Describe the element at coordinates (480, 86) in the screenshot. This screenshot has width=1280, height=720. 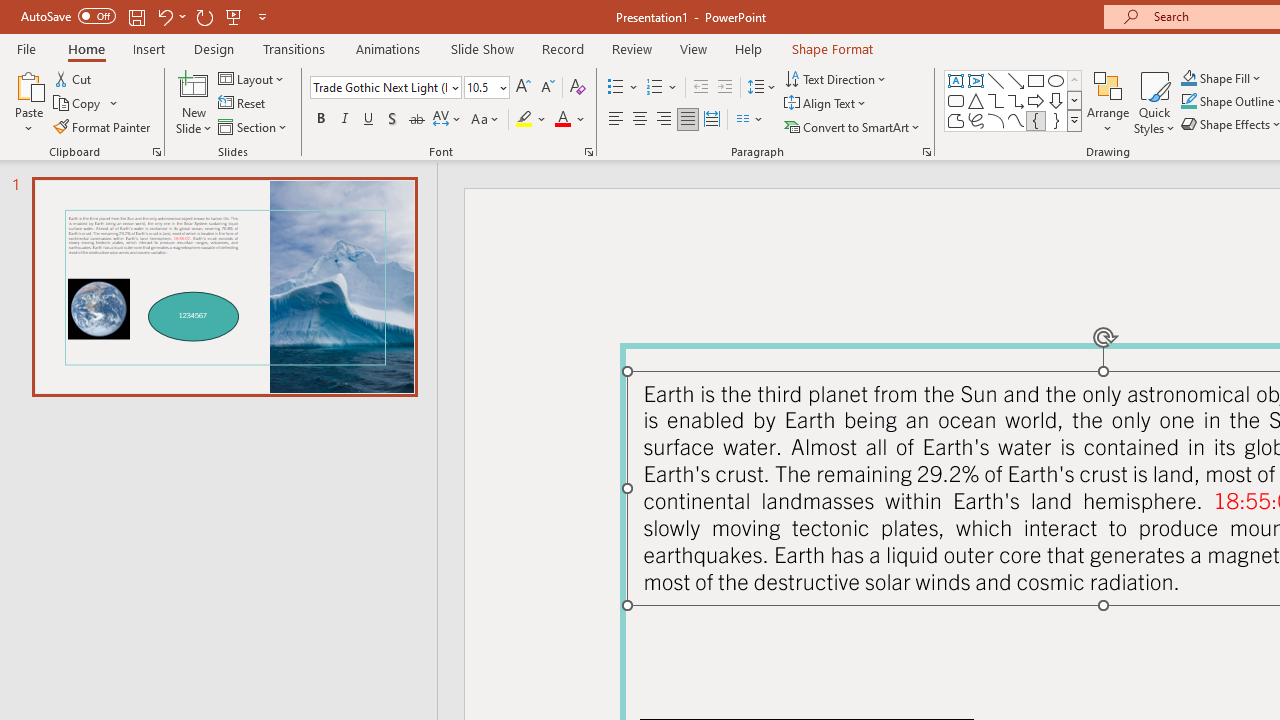
I see `'Font Size'` at that location.